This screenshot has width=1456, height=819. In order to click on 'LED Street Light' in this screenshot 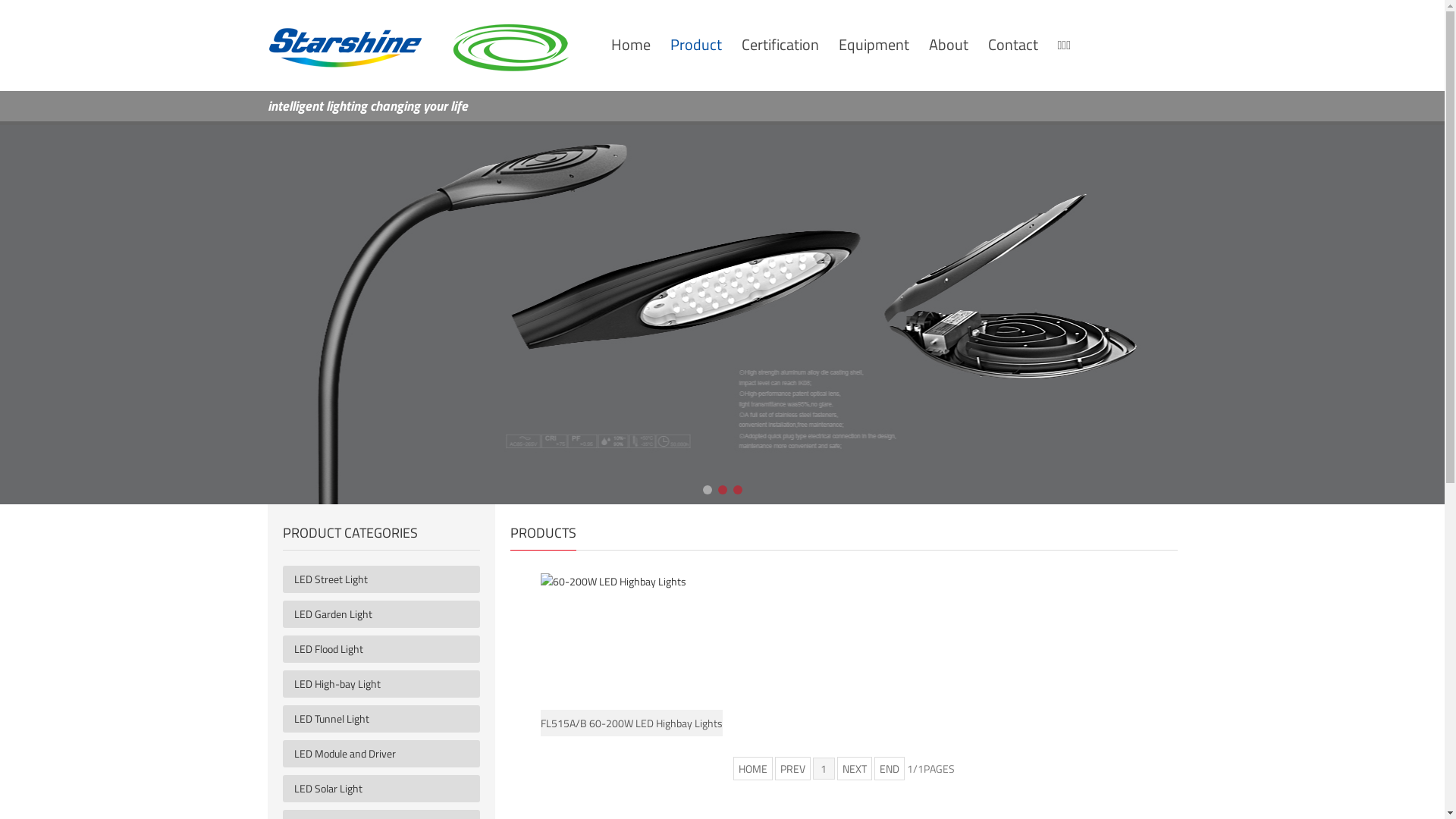, I will do `click(387, 579)`.